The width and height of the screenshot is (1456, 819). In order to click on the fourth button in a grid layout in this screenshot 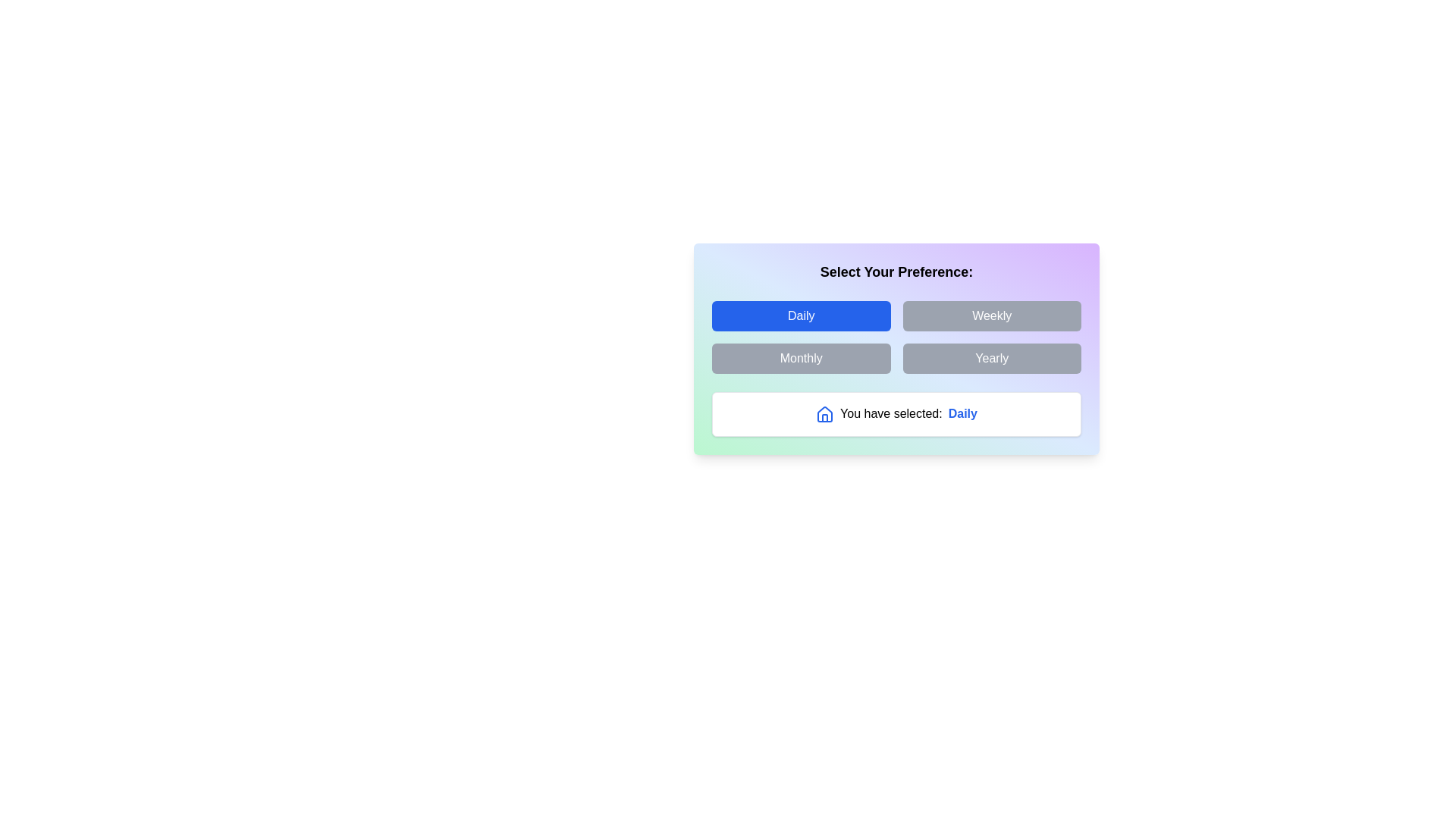, I will do `click(992, 359)`.